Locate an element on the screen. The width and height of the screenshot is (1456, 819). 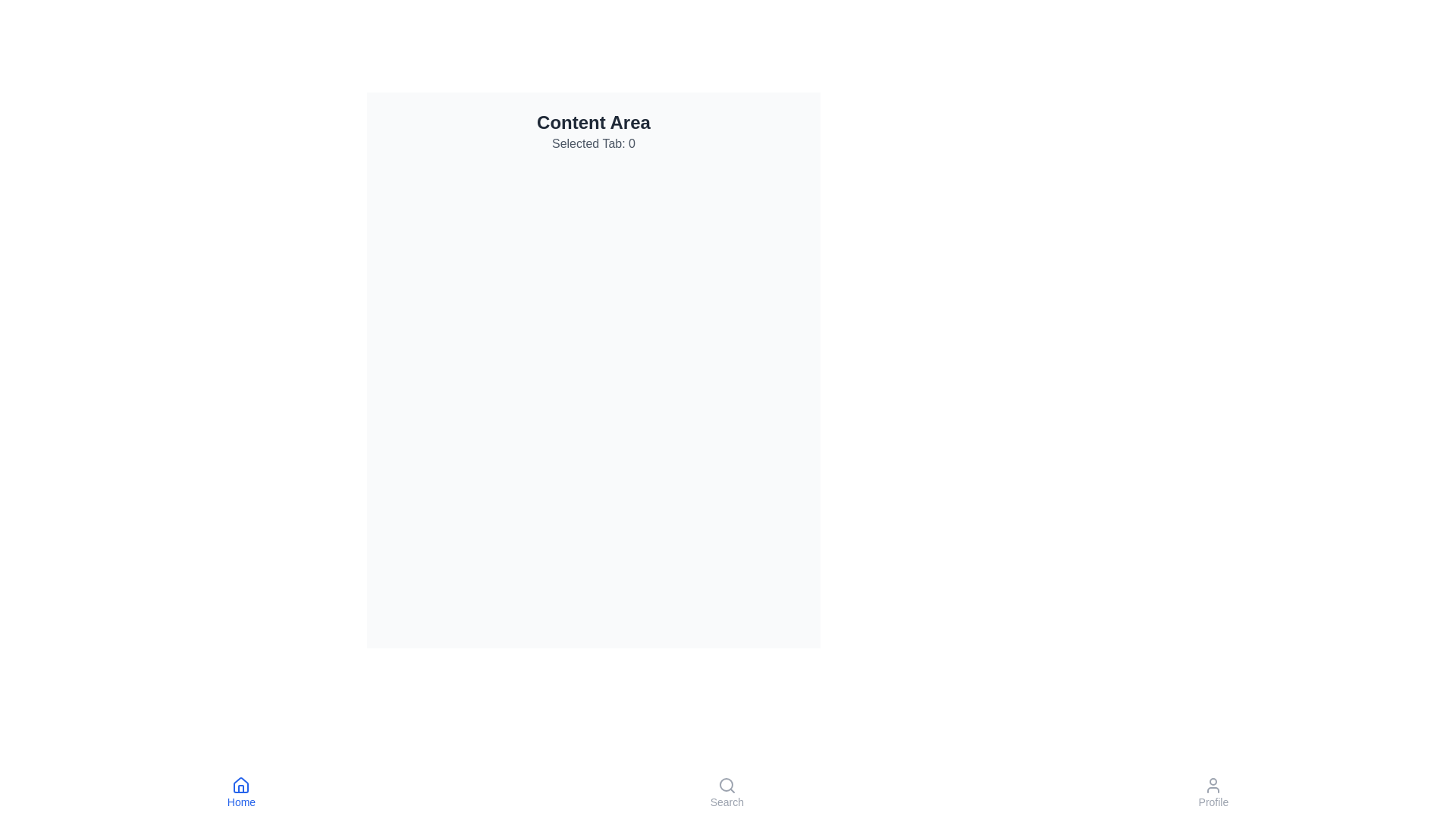
the navigational button located at the bottom right end of the interface is located at coordinates (1212, 792).